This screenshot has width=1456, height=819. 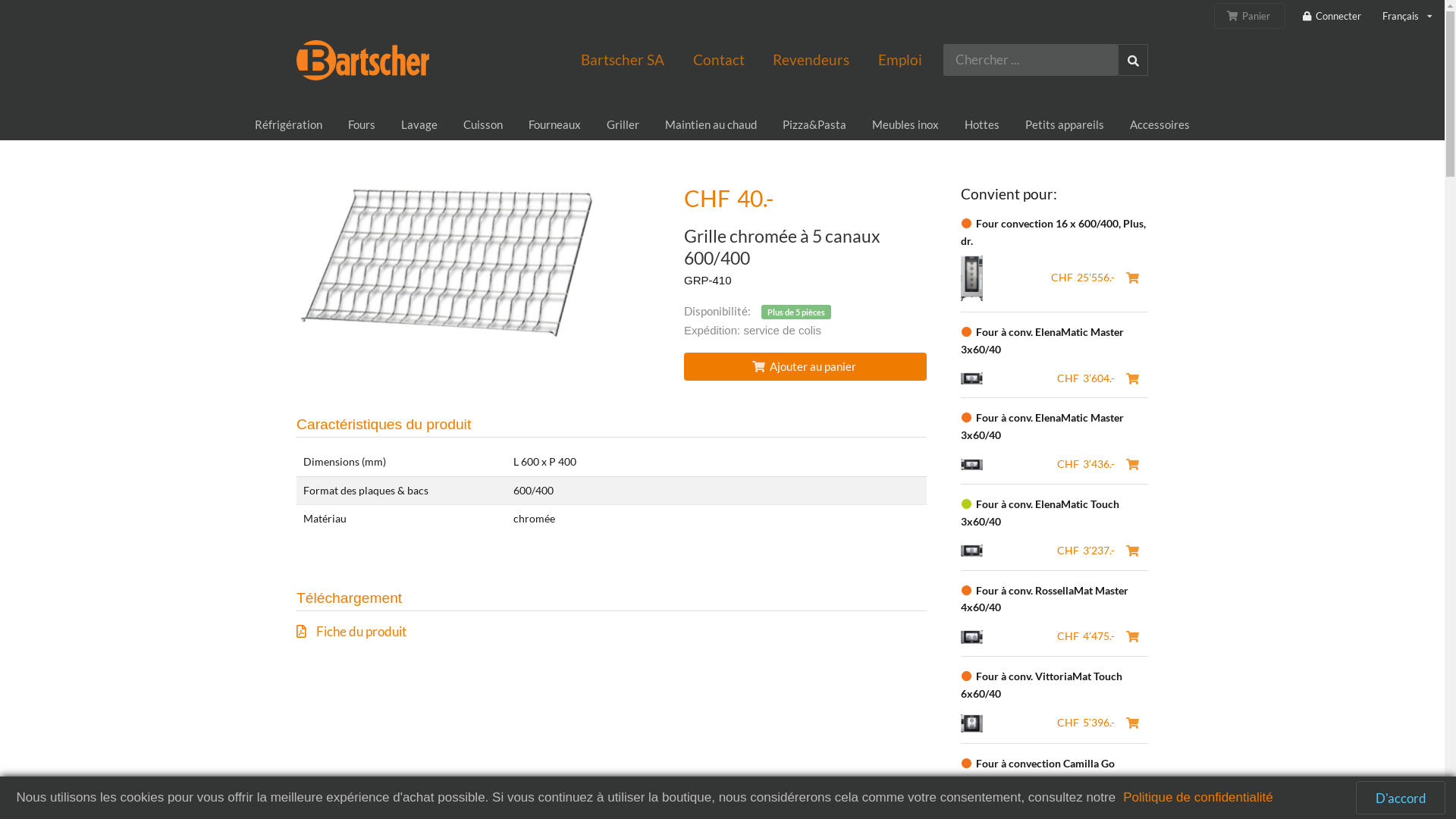 What do you see at coordinates (1214, 15) in the screenshot?
I see `'Panier'` at bounding box center [1214, 15].